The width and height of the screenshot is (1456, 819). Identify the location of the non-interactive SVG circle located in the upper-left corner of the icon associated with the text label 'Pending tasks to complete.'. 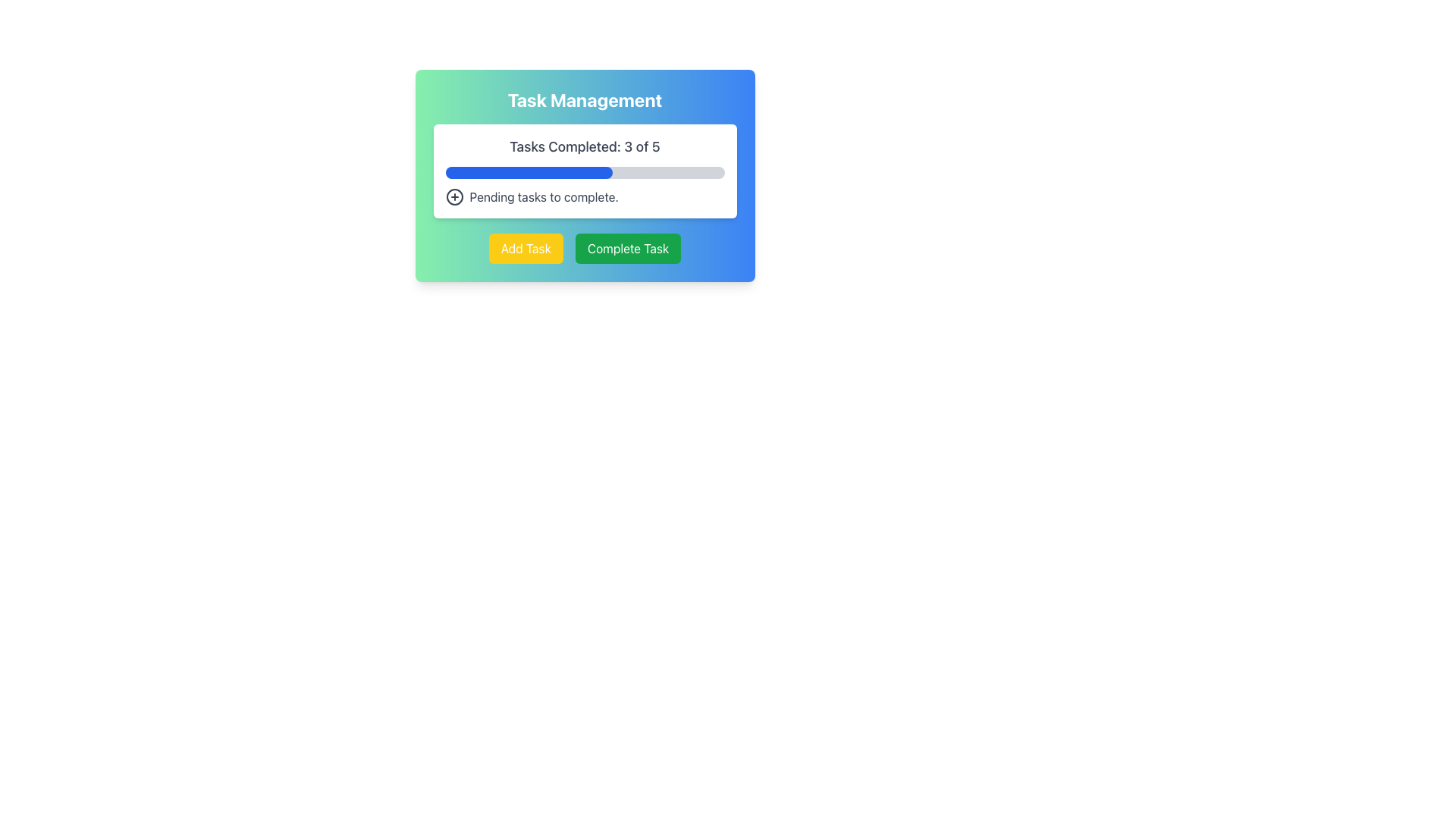
(453, 196).